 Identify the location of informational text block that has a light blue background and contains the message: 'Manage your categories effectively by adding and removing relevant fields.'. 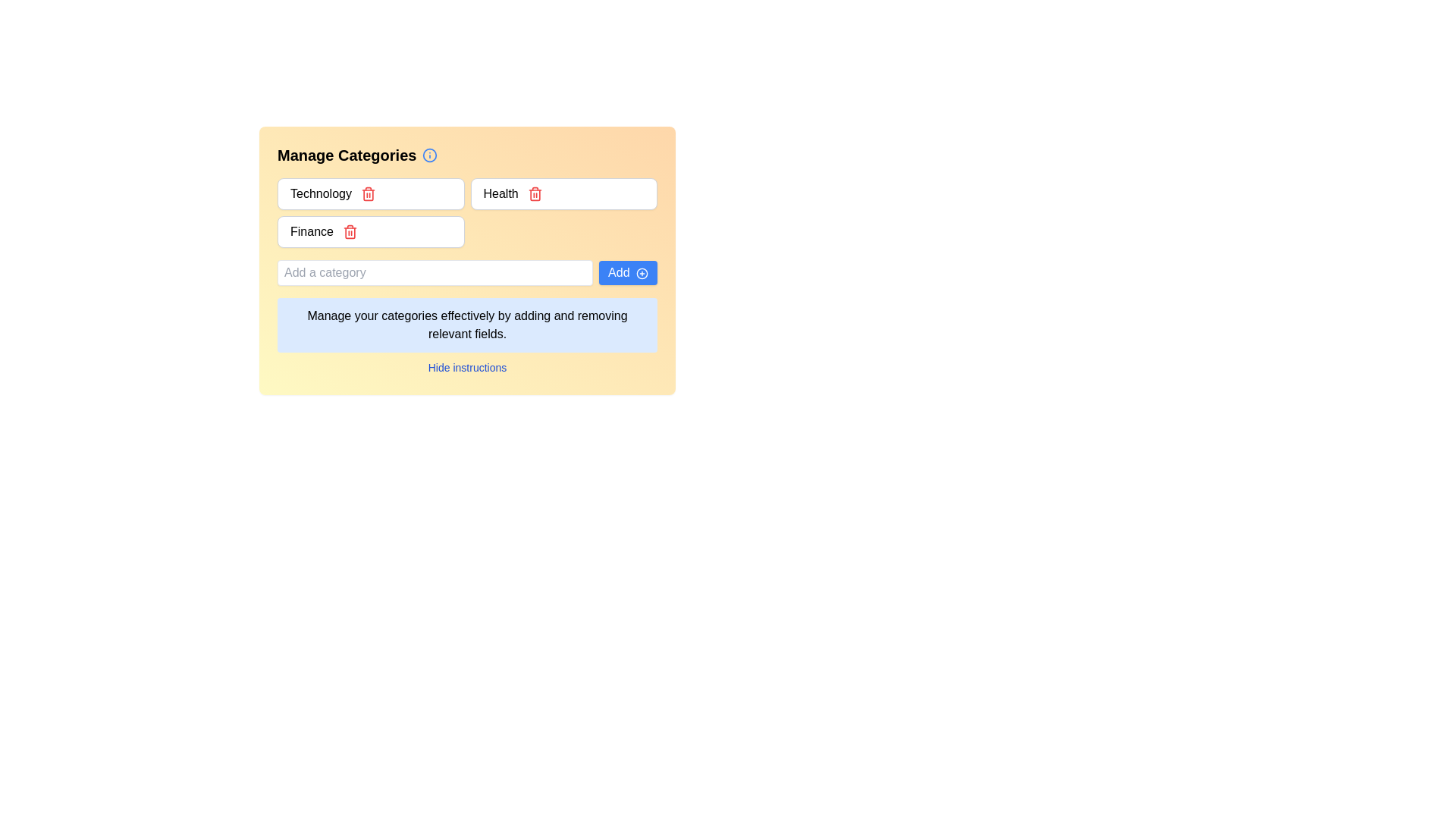
(466, 324).